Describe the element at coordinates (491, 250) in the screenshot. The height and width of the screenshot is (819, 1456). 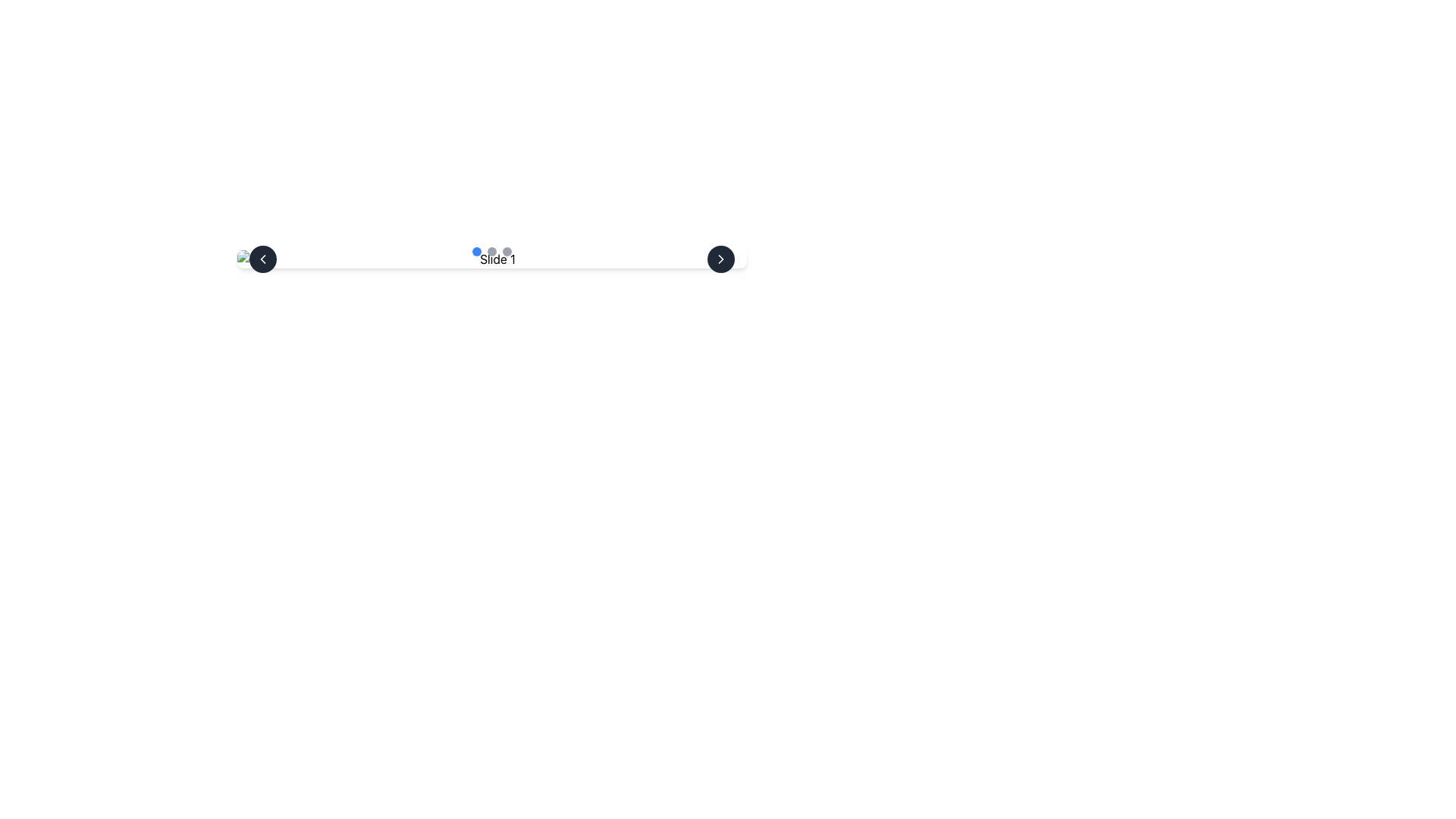
I see `the second navigation dot in the carousel` at that location.